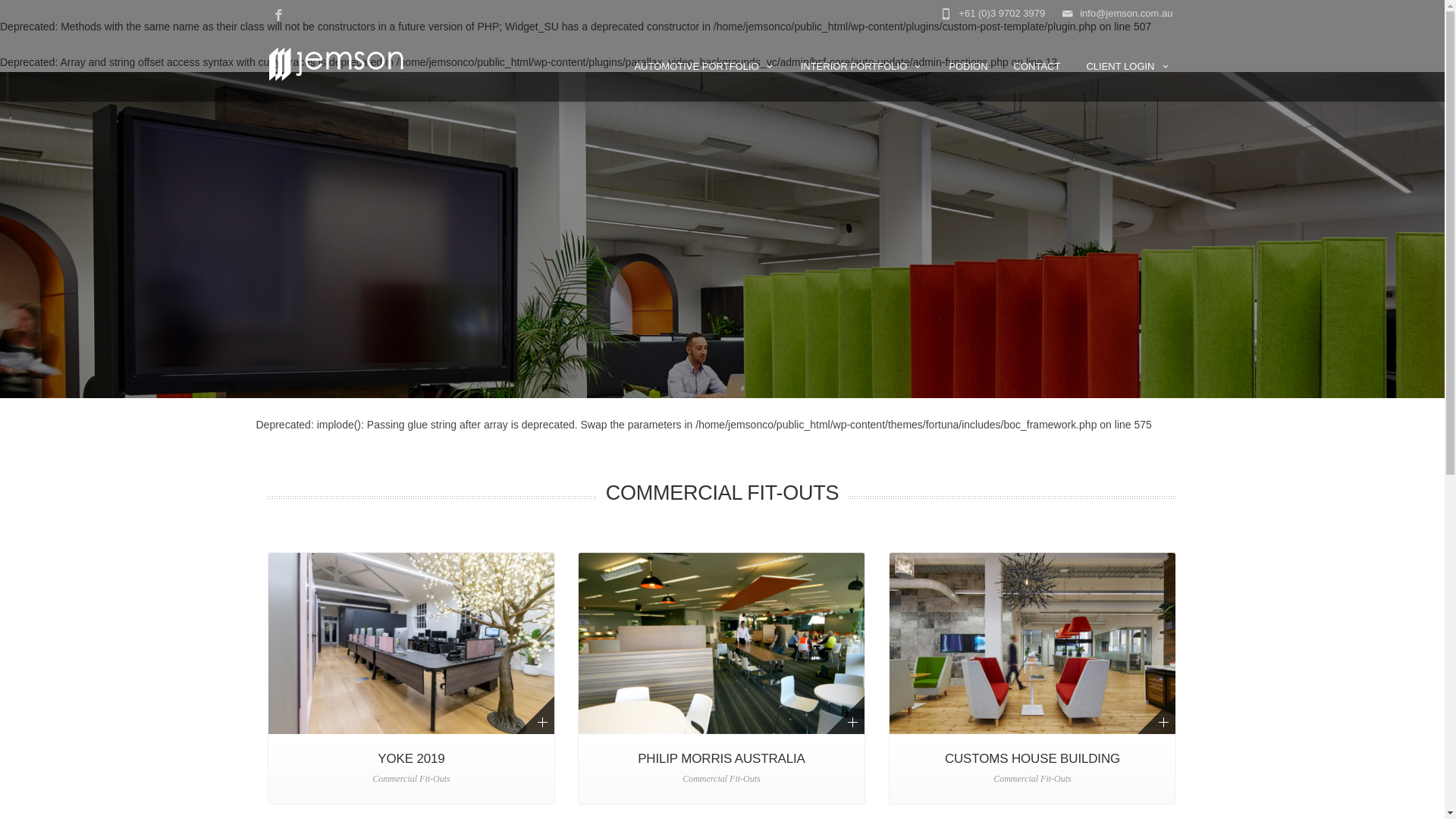 Image resolution: width=1456 pixels, height=819 pixels. What do you see at coordinates (577, 677) in the screenshot?
I see `'PHILIP MORRIS AUSTRALIA` at bounding box center [577, 677].